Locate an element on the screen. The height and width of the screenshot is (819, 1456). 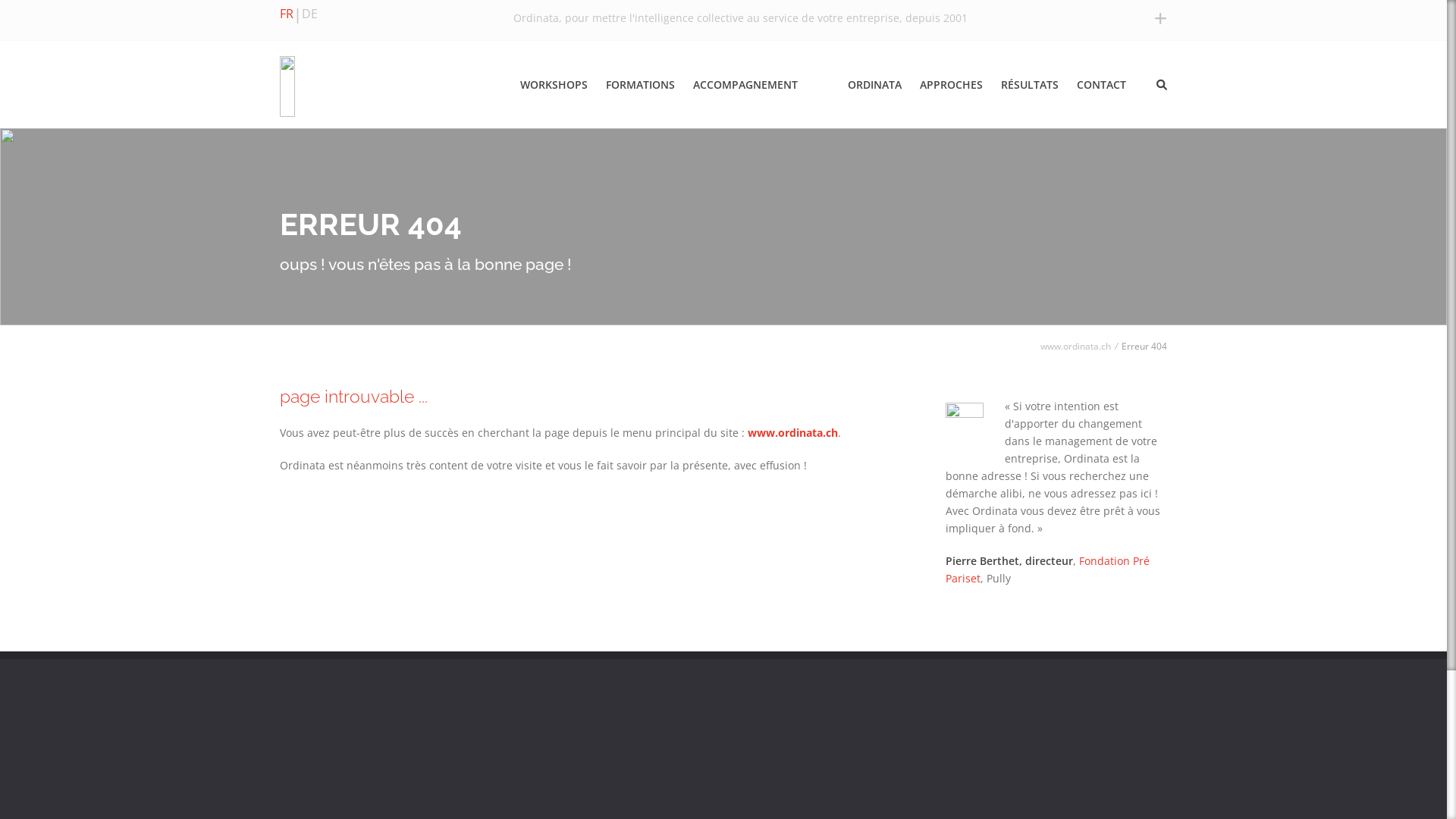
'WORKSHOPS' is located at coordinates (559, 84).